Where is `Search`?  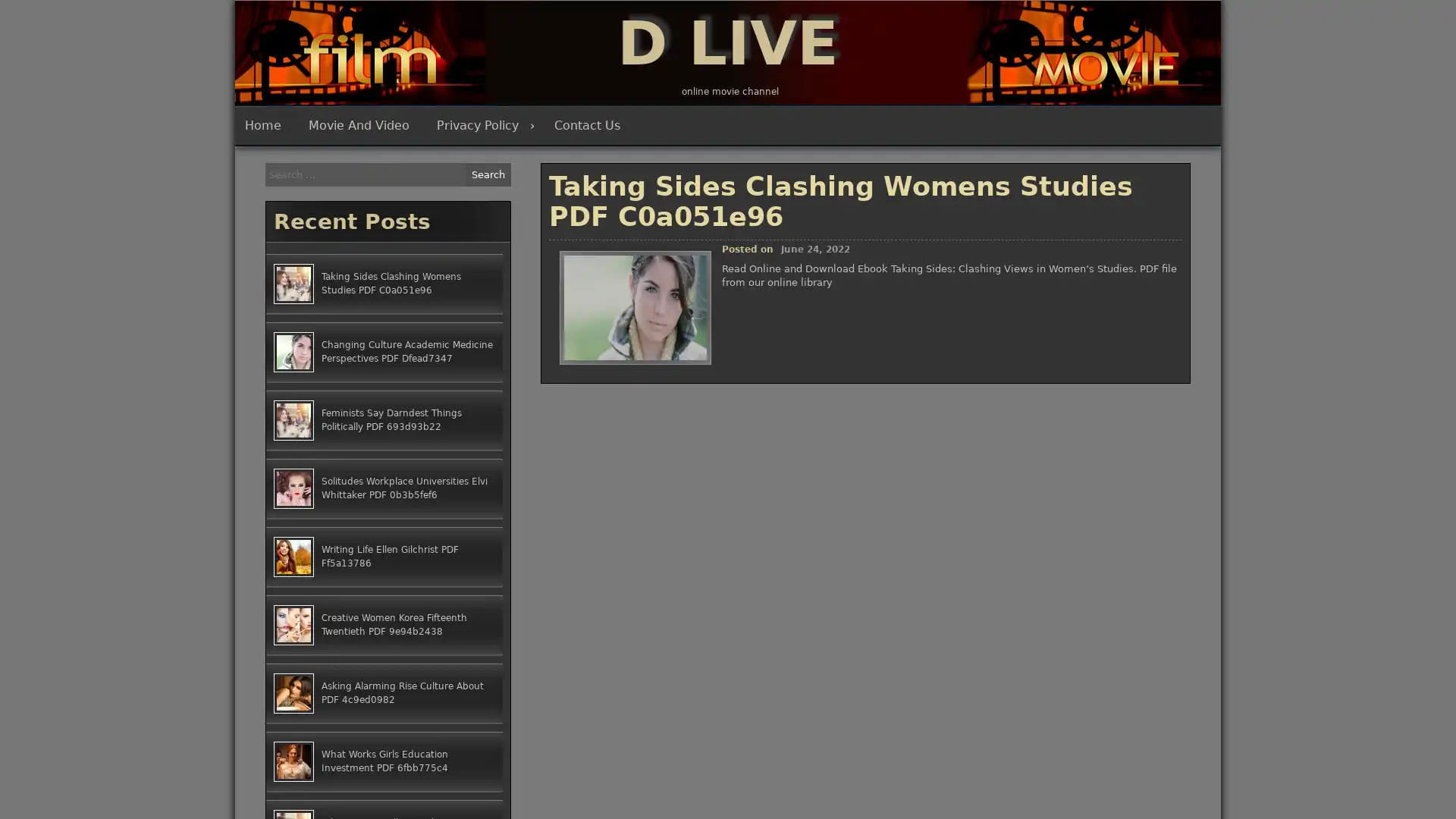
Search is located at coordinates (488, 174).